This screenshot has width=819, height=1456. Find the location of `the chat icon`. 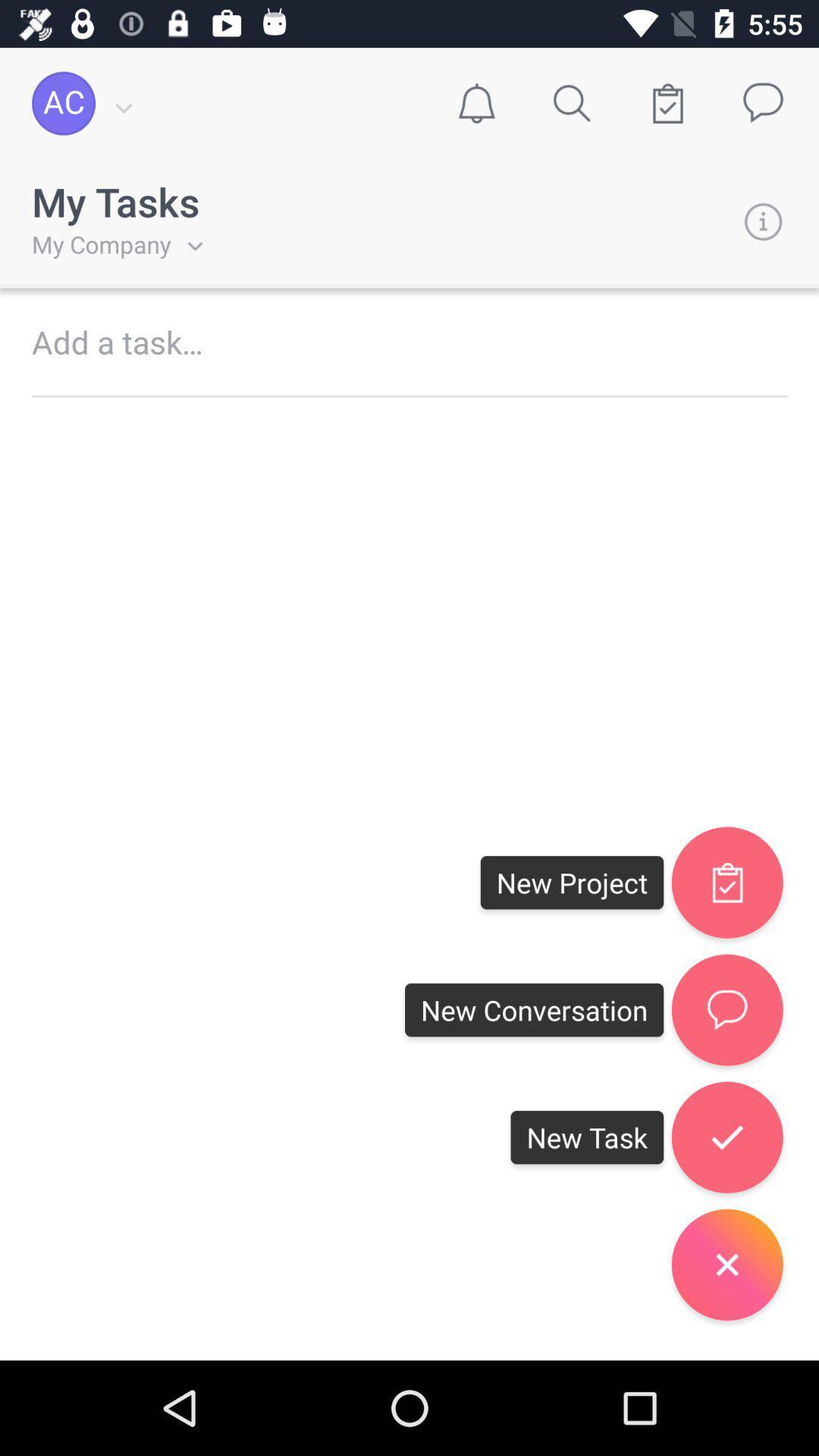

the chat icon is located at coordinates (726, 1010).